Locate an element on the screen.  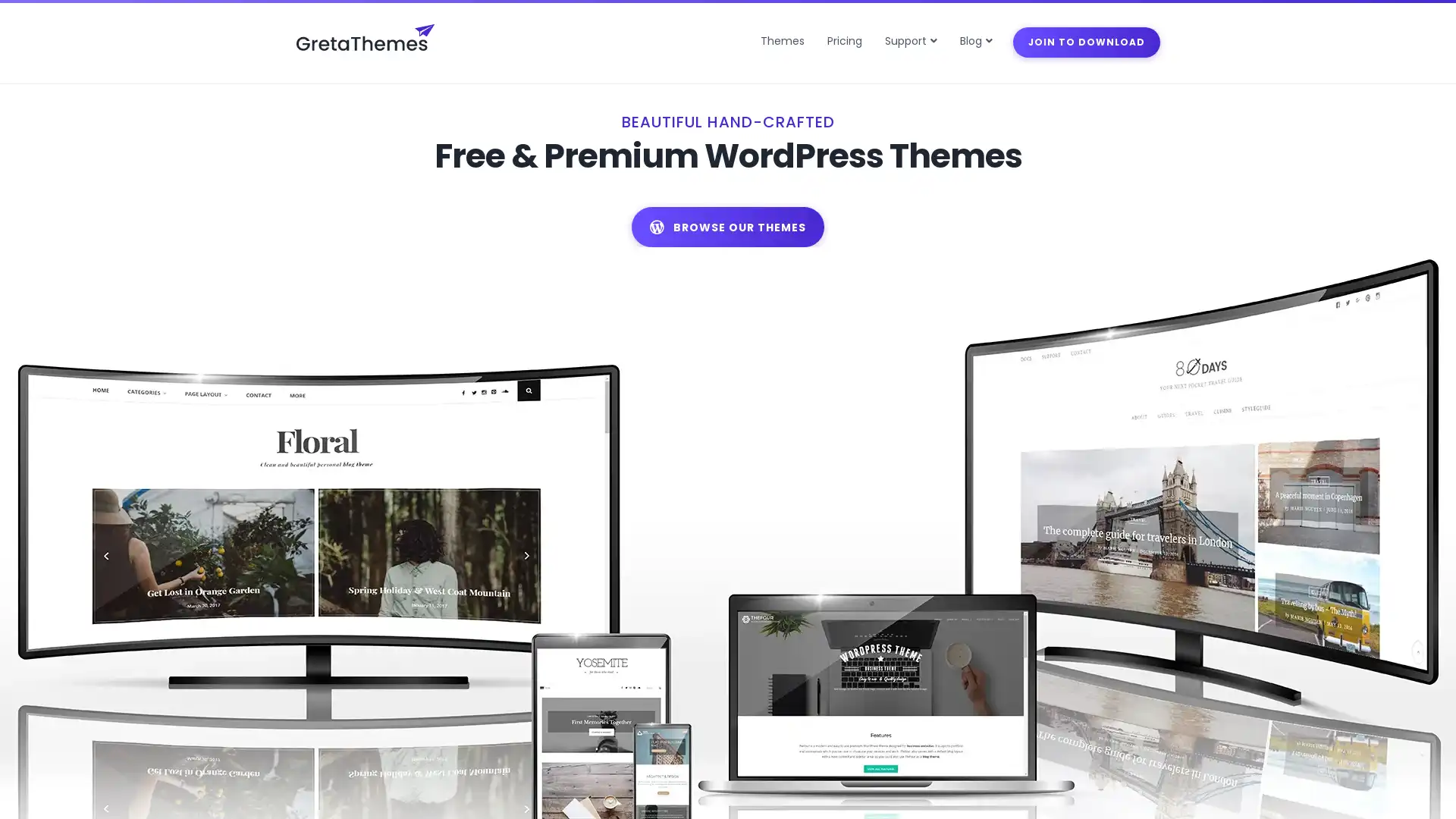
BROWSE OUR THEMES is located at coordinates (728, 259).